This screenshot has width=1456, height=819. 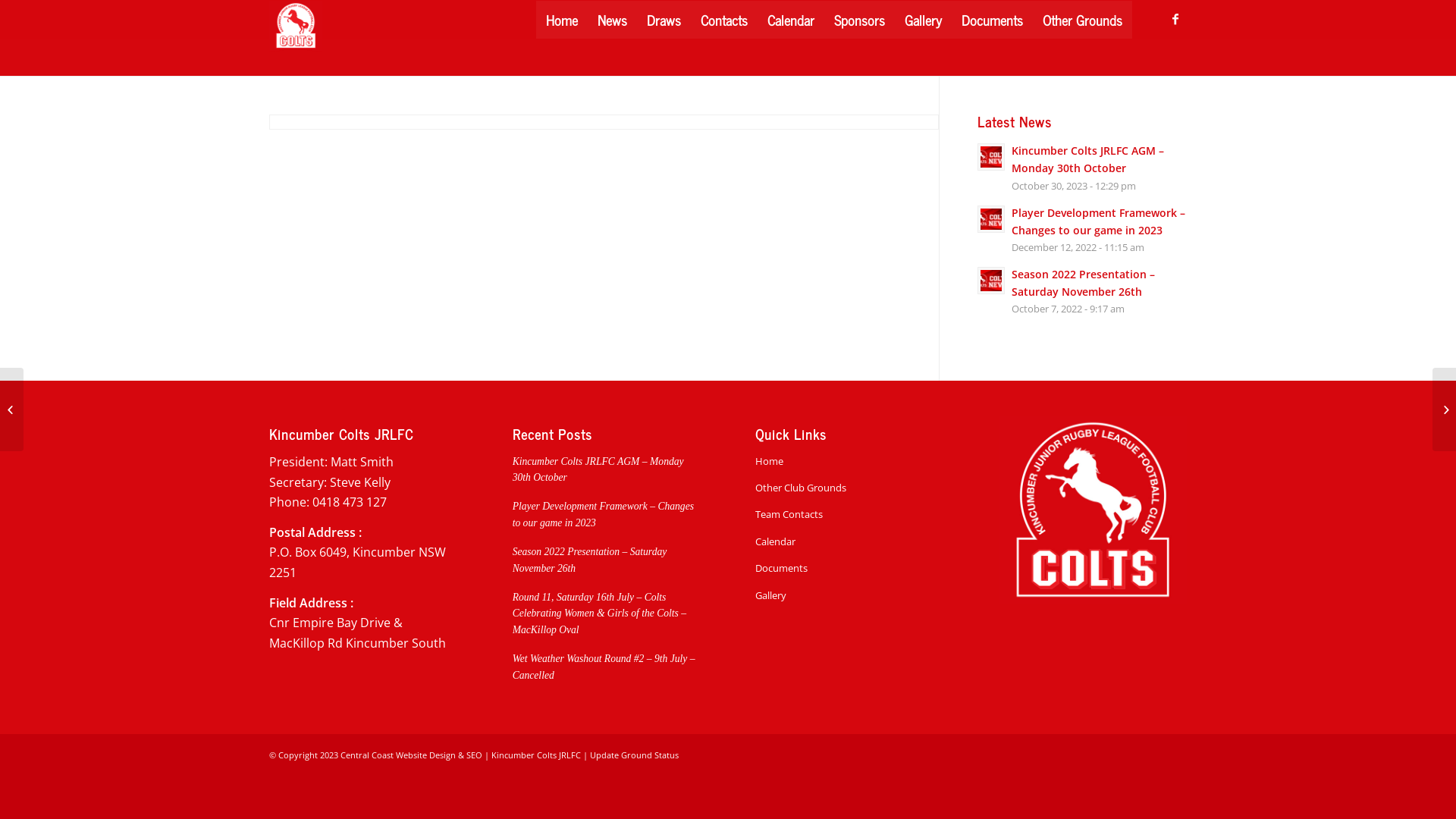 I want to click on 'Facebook', so click(x=1175, y=18).